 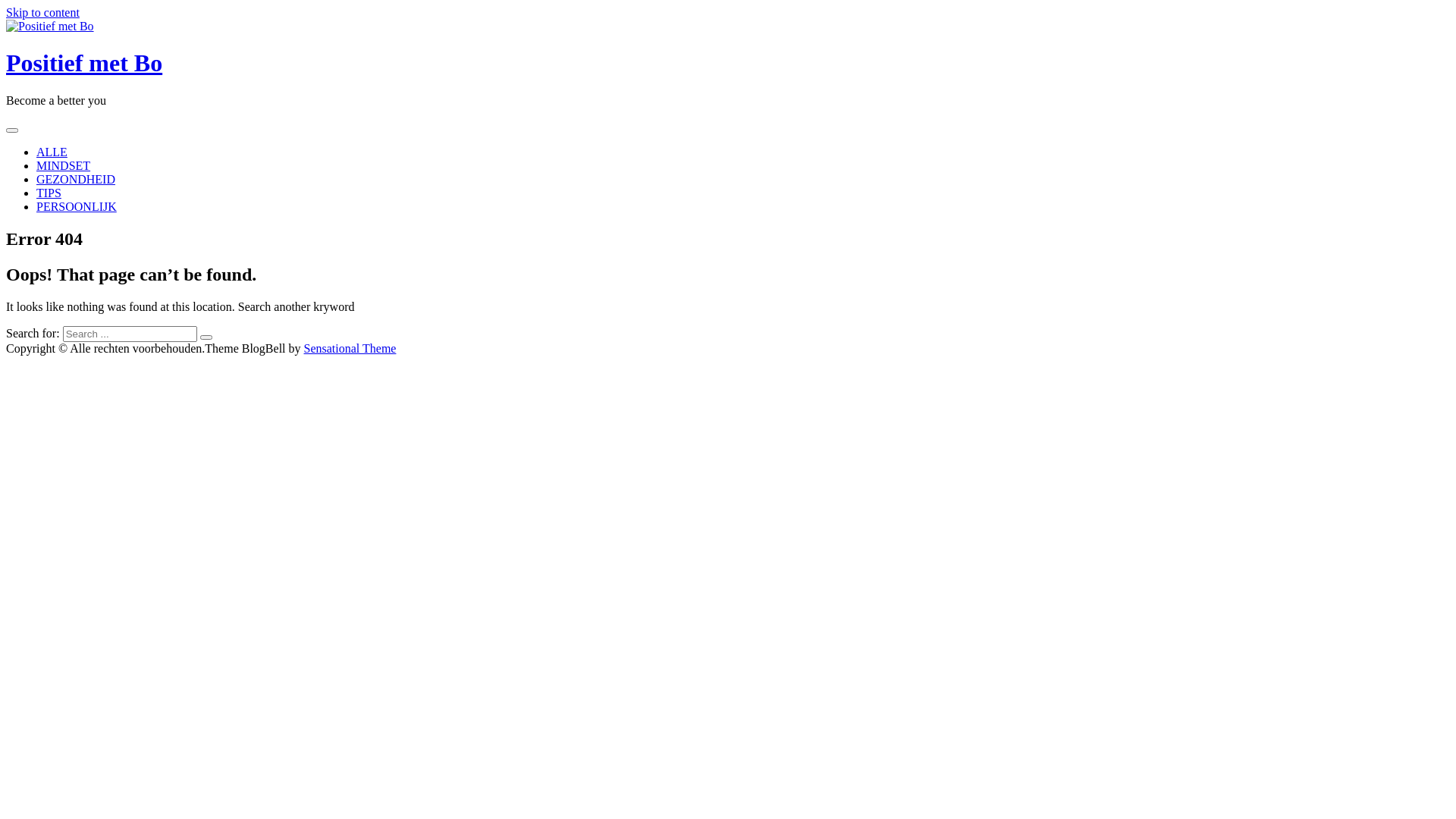 What do you see at coordinates (62, 165) in the screenshot?
I see `'MINDSET'` at bounding box center [62, 165].